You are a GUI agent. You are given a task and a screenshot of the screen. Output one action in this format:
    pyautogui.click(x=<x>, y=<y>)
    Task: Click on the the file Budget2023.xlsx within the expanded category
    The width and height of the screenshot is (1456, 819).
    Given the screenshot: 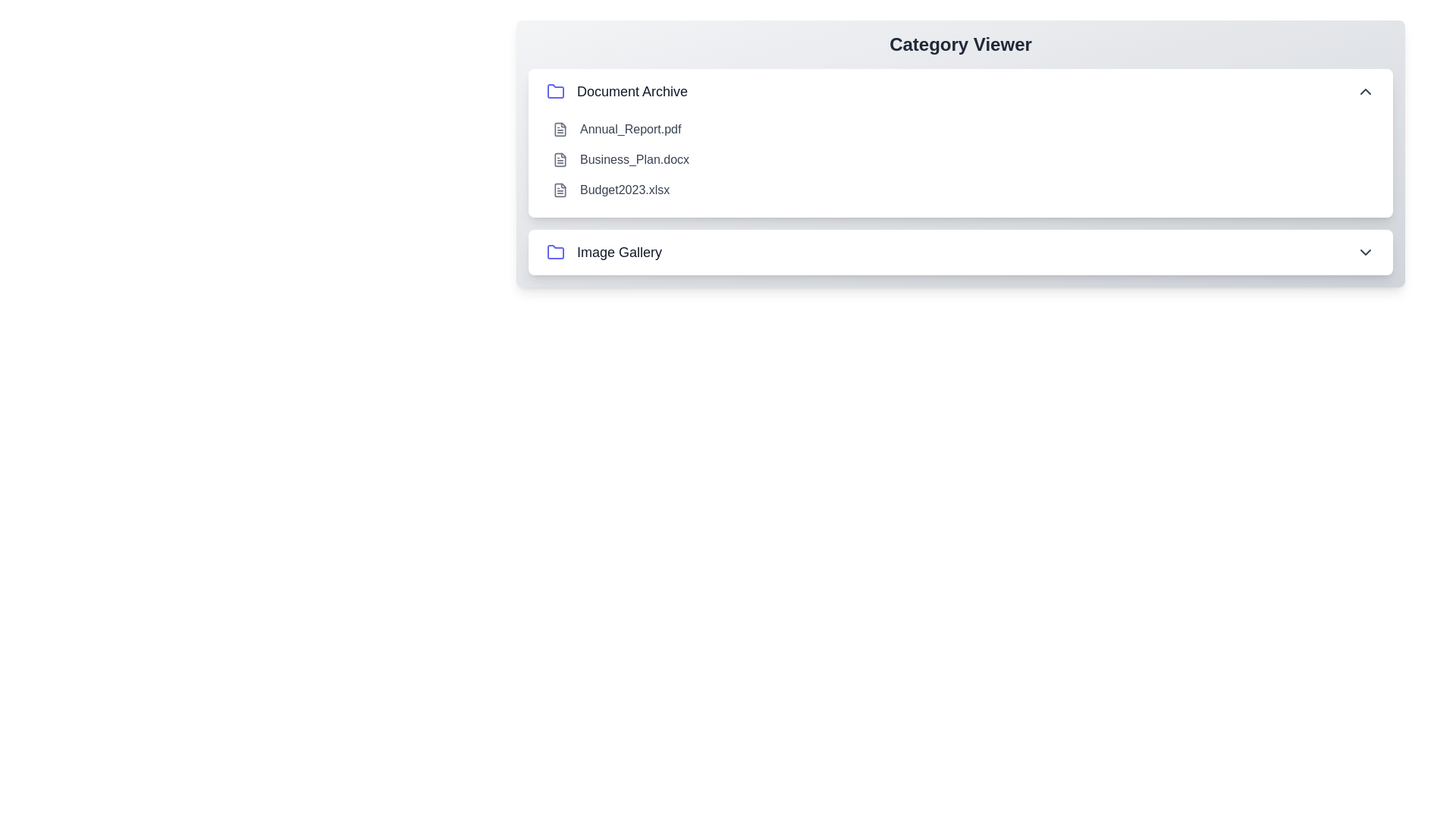 What is the action you would take?
    pyautogui.click(x=560, y=189)
    